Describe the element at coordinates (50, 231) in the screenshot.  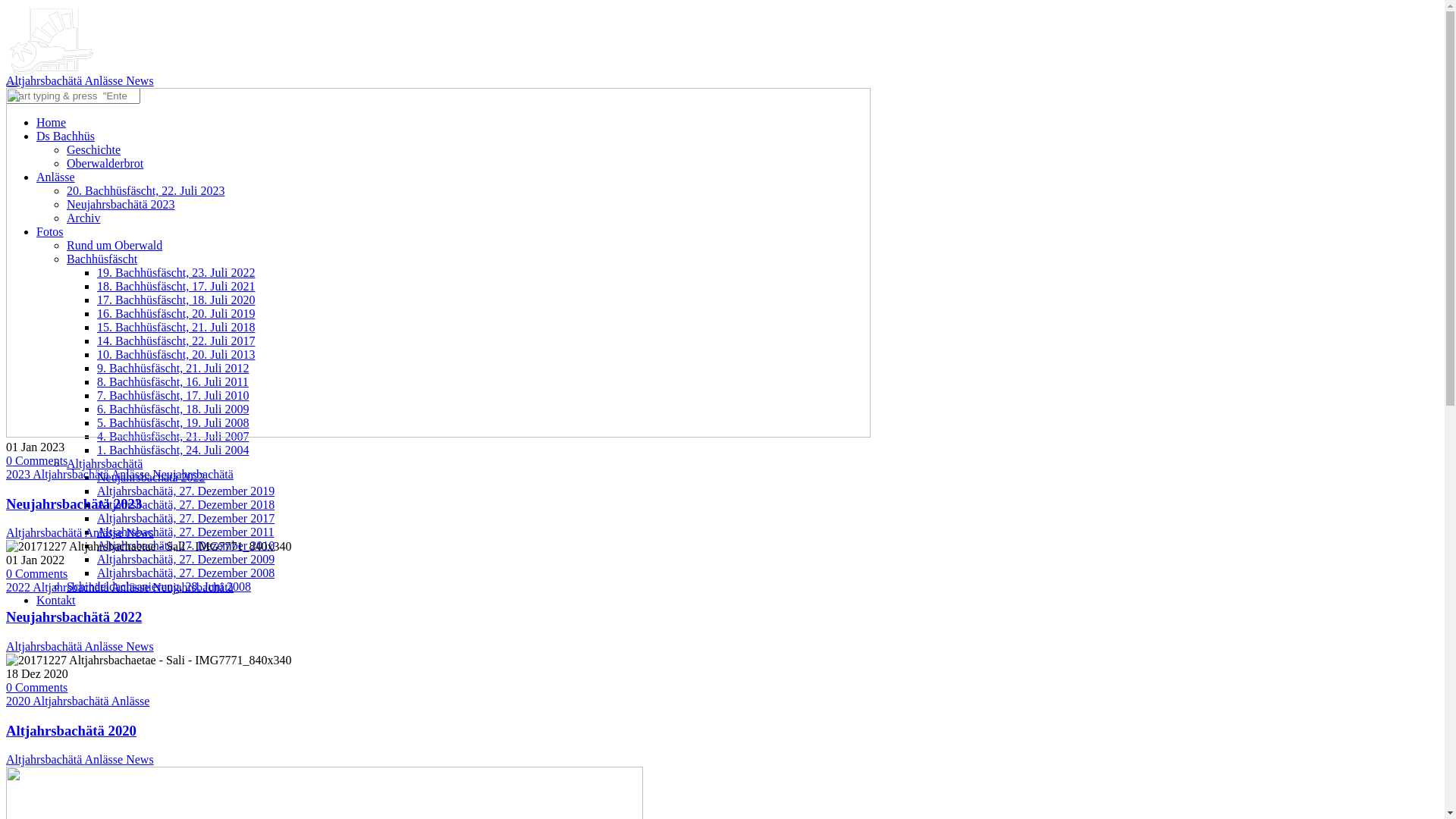
I see `'Fotos'` at that location.